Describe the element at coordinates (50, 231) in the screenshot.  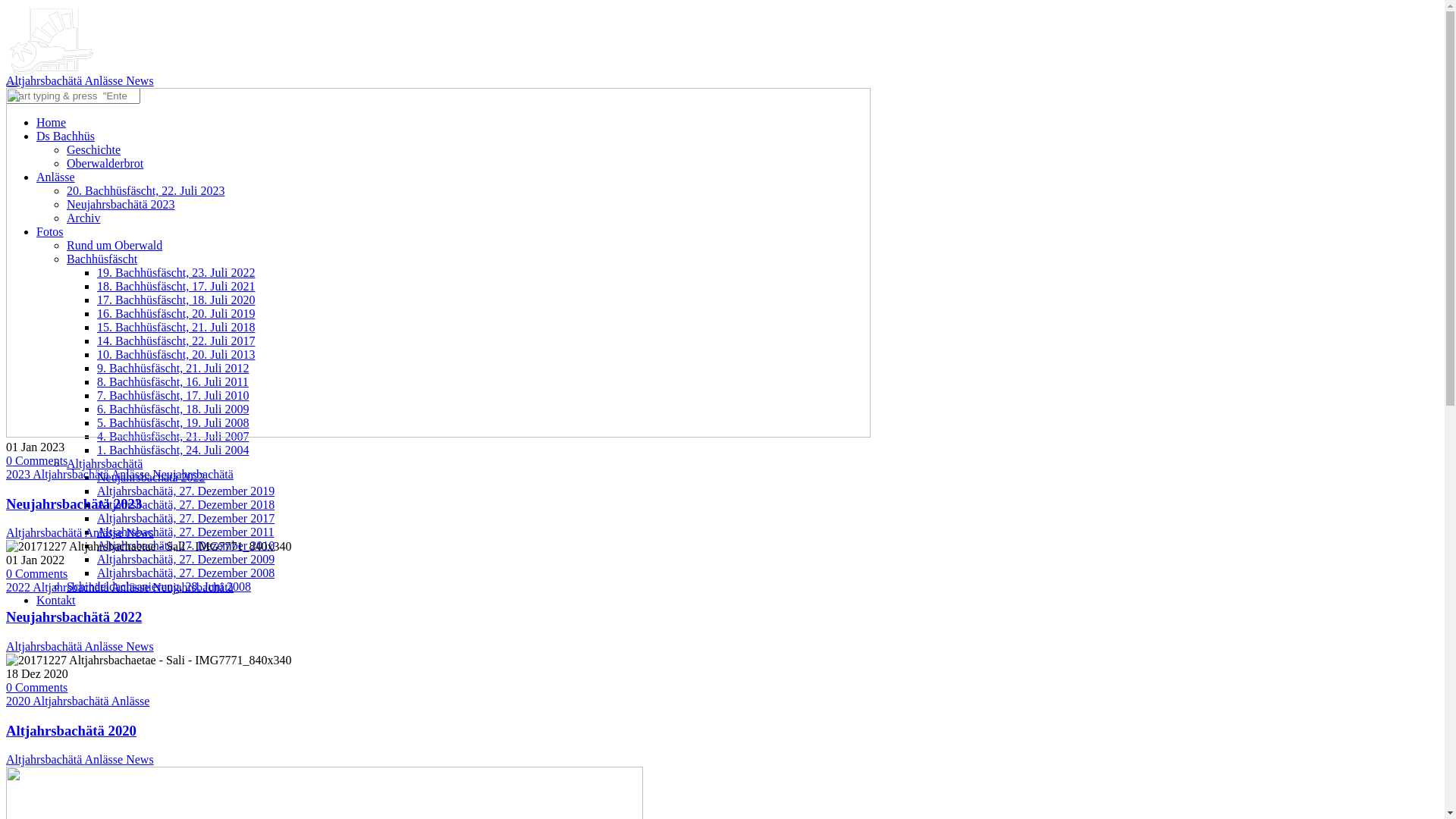
I see `'Fotos'` at that location.